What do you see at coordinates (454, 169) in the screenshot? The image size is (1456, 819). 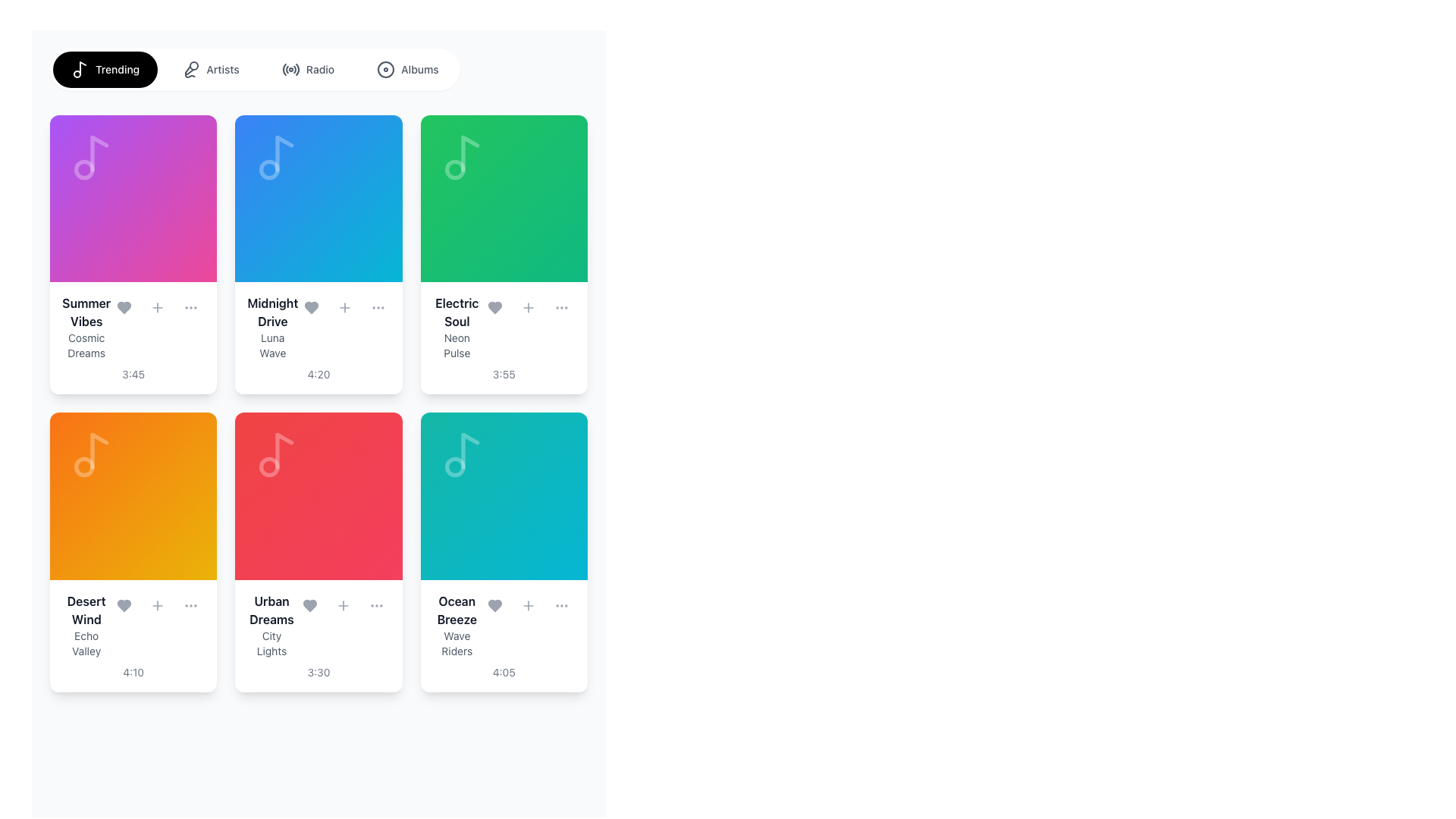 I see `the decorative circle part of the music note icon located on the upper section of the third card in the first row of a grid layout labeled 'Electric Soul'` at bounding box center [454, 169].